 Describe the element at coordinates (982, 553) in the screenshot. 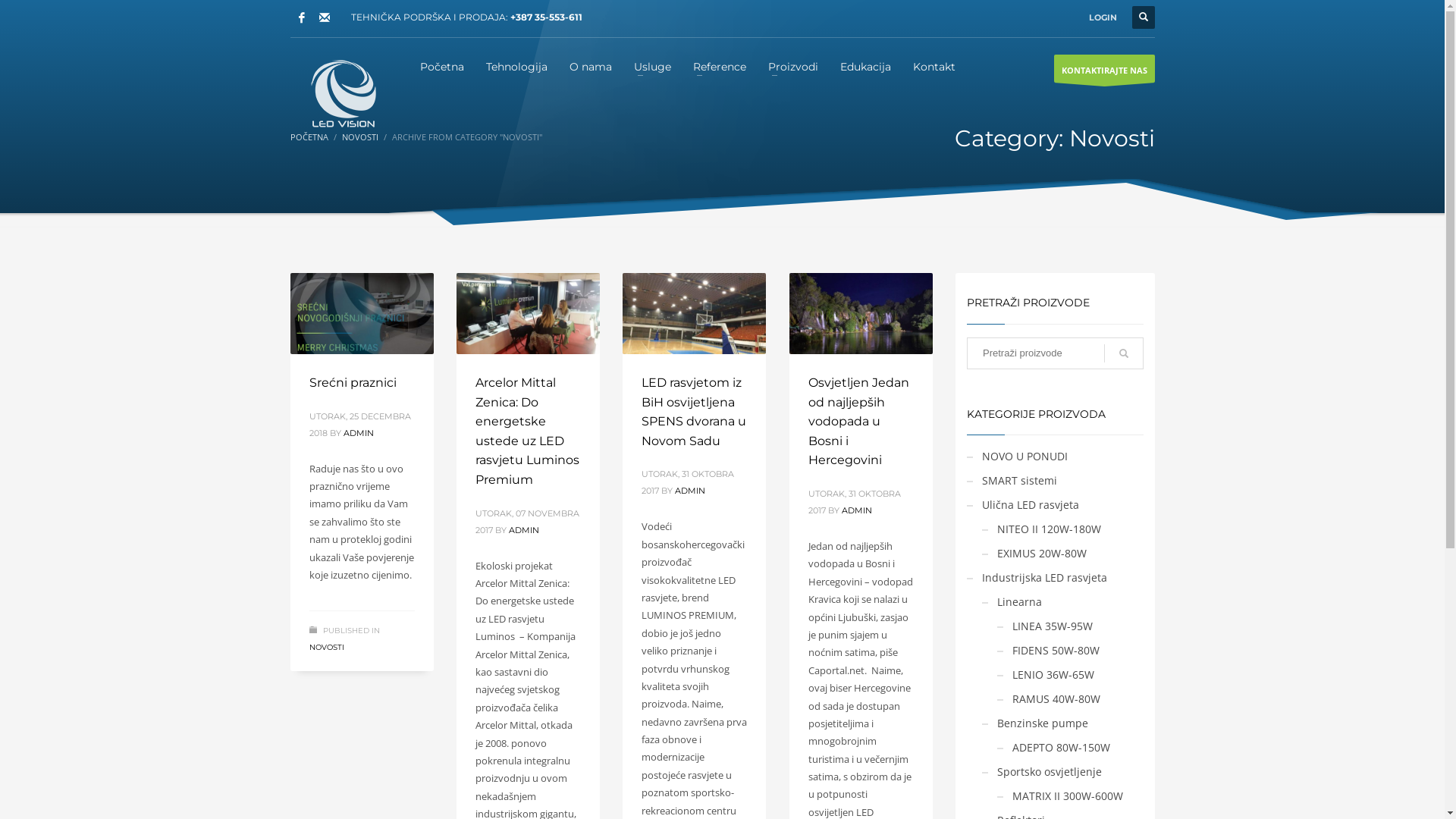

I see `'EXIMUS 20W-80W'` at that location.